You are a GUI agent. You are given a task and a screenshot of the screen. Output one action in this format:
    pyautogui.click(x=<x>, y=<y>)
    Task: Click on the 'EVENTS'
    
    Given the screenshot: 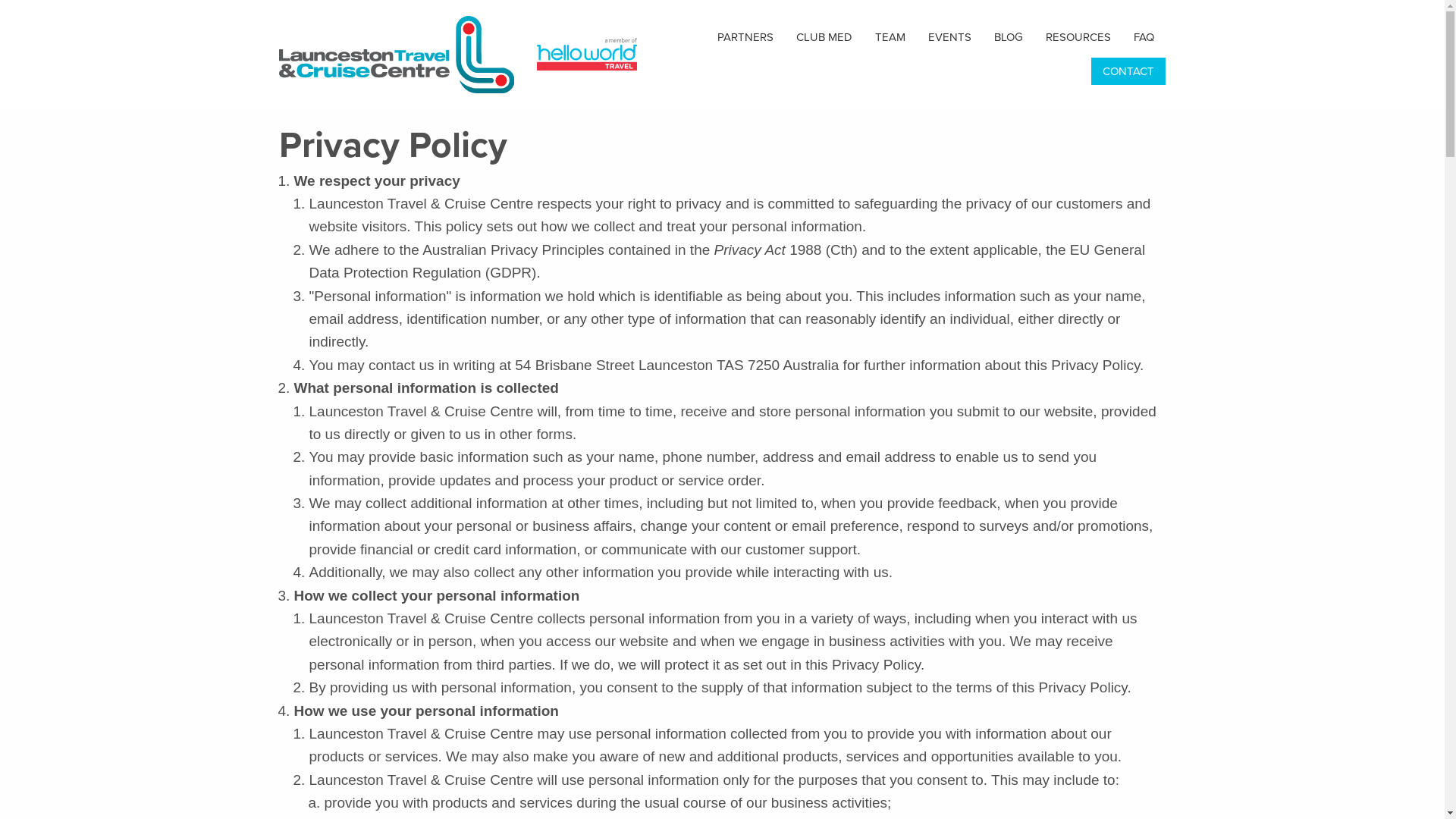 What is the action you would take?
    pyautogui.click(x=949, y=36)
    